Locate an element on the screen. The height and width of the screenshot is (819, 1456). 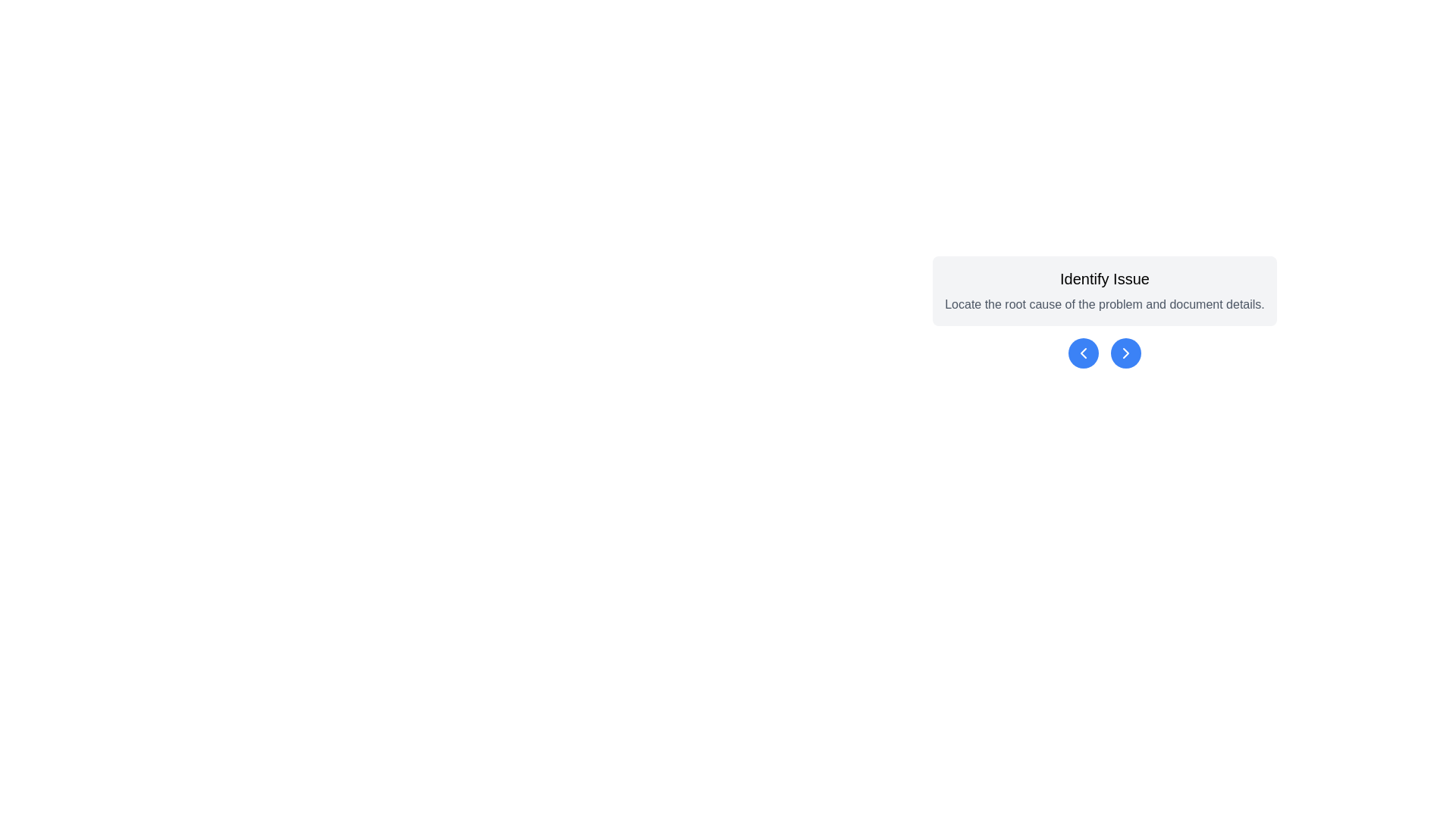
the descriptive text element that reads 'Locate the root cause of the problem and document details.', which is styled in gray and is located below the title 'Identify Issue' is located at coordinates (1104, 304).